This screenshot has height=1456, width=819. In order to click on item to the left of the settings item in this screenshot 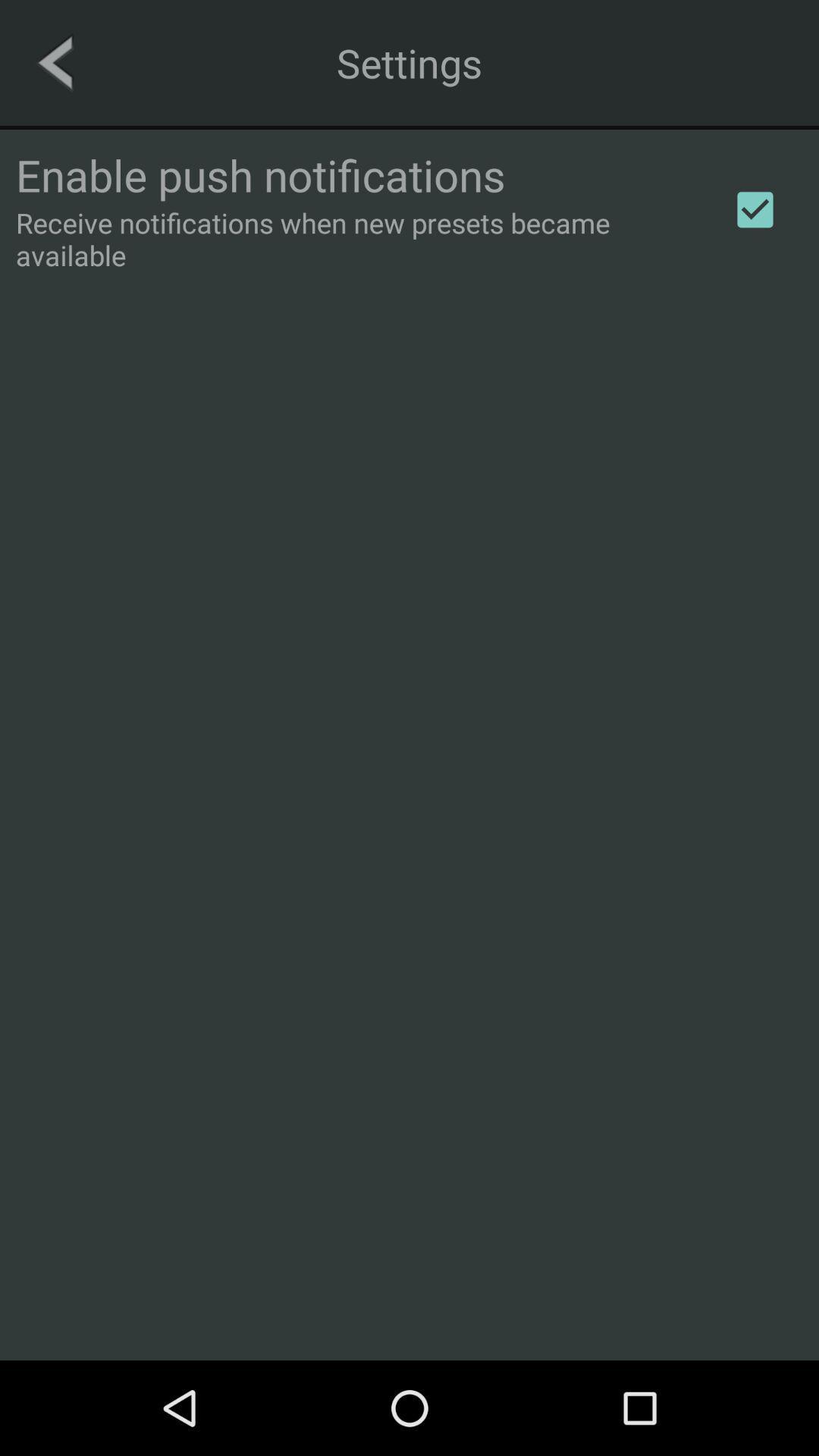, I will do `click(54, 61)`.